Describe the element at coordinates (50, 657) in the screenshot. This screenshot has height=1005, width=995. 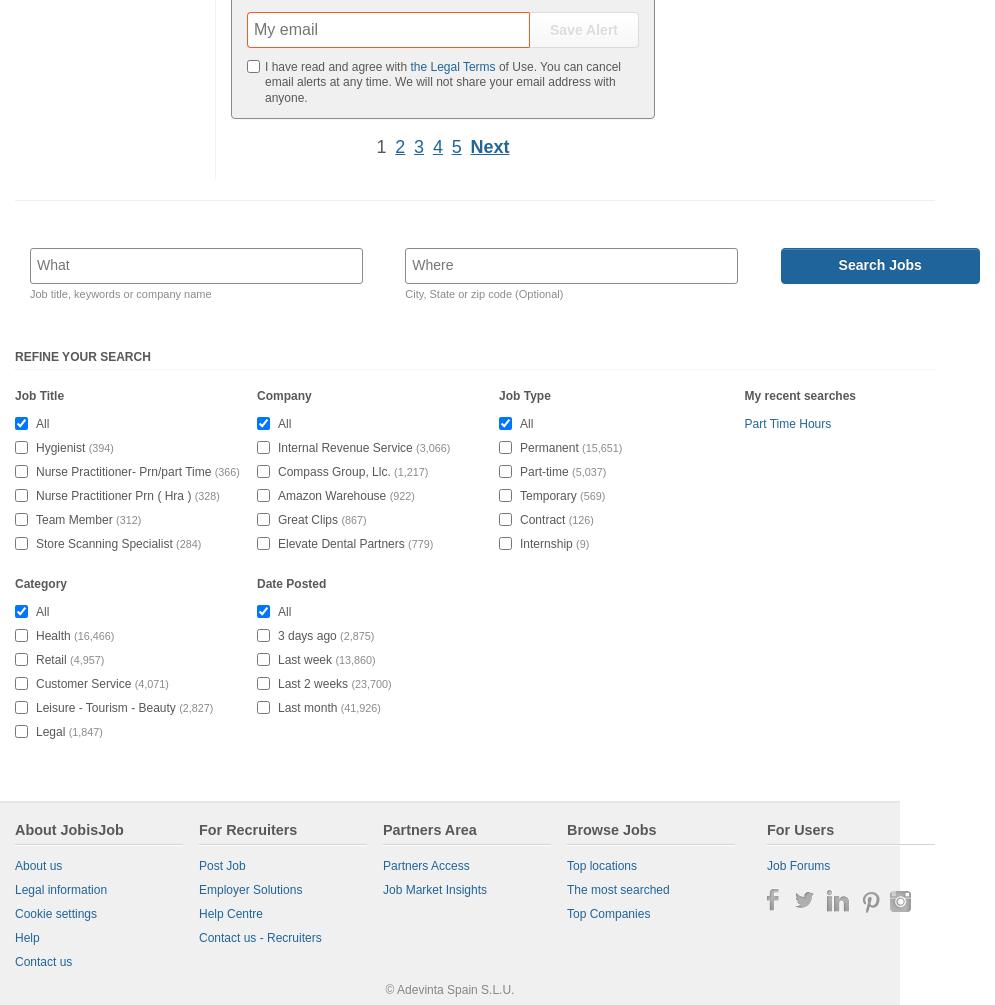
I see `'Retail'` at that location.